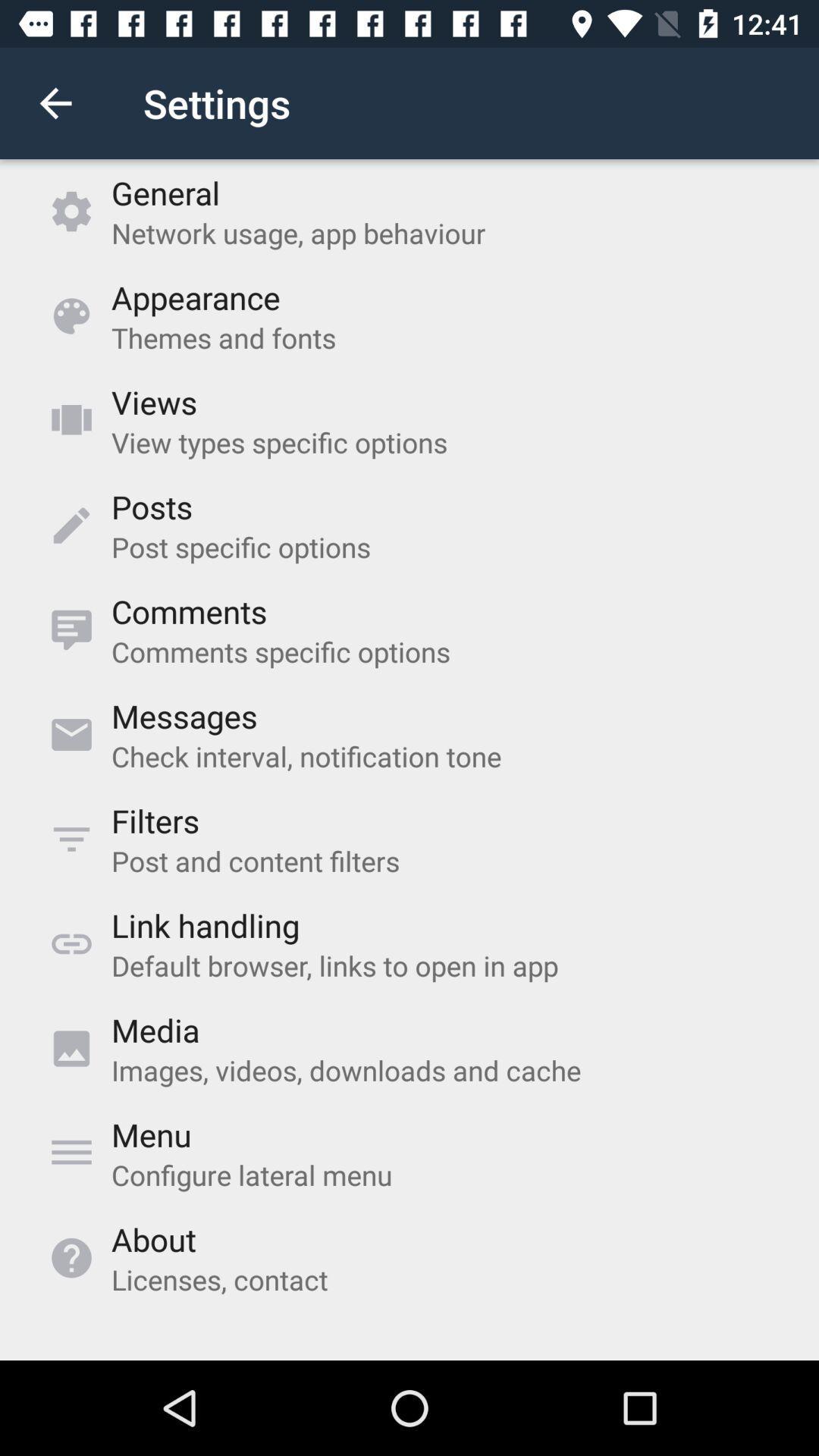 This screenshot has width=819, height=1456. Describe the element at coordinates (195, 297) in the screenshot. I see `the icon below network usage app icon` at that location.